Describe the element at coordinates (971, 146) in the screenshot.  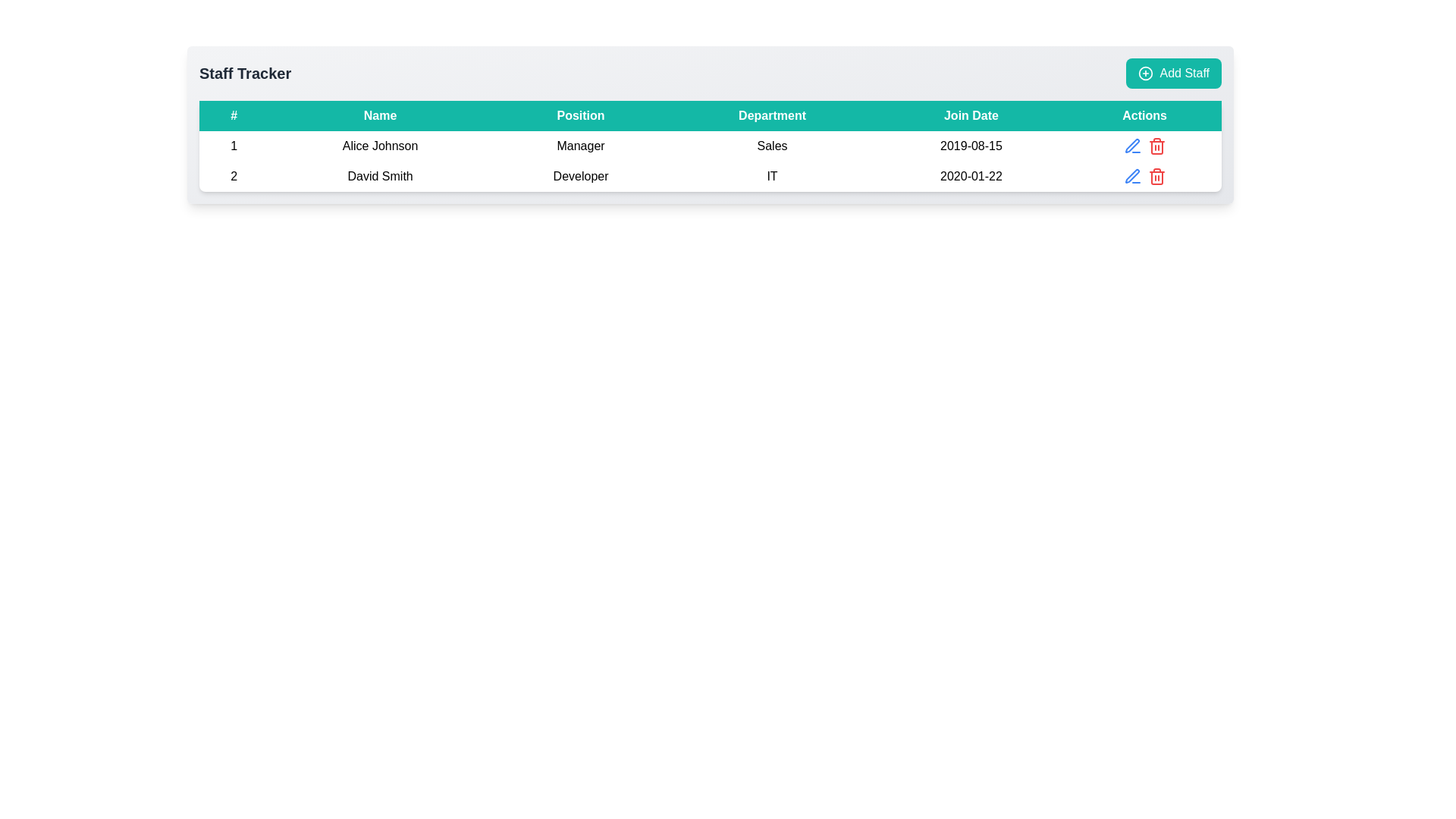
I see `the text element displaying '2019-08-15' in the 'Join Date' column of the data table` at that location.